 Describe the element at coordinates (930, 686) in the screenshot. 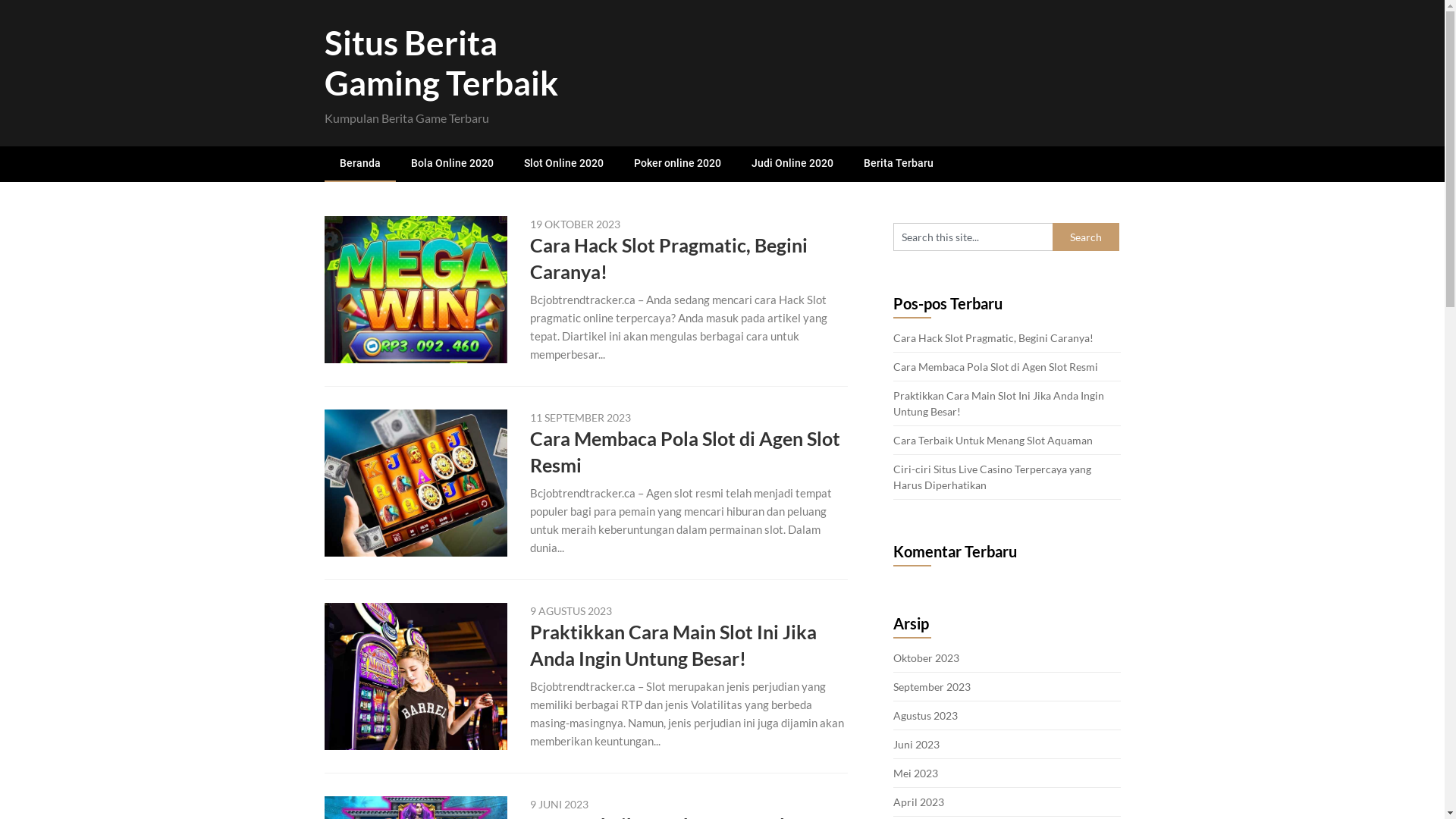

I see `'September 2023'` at that location.